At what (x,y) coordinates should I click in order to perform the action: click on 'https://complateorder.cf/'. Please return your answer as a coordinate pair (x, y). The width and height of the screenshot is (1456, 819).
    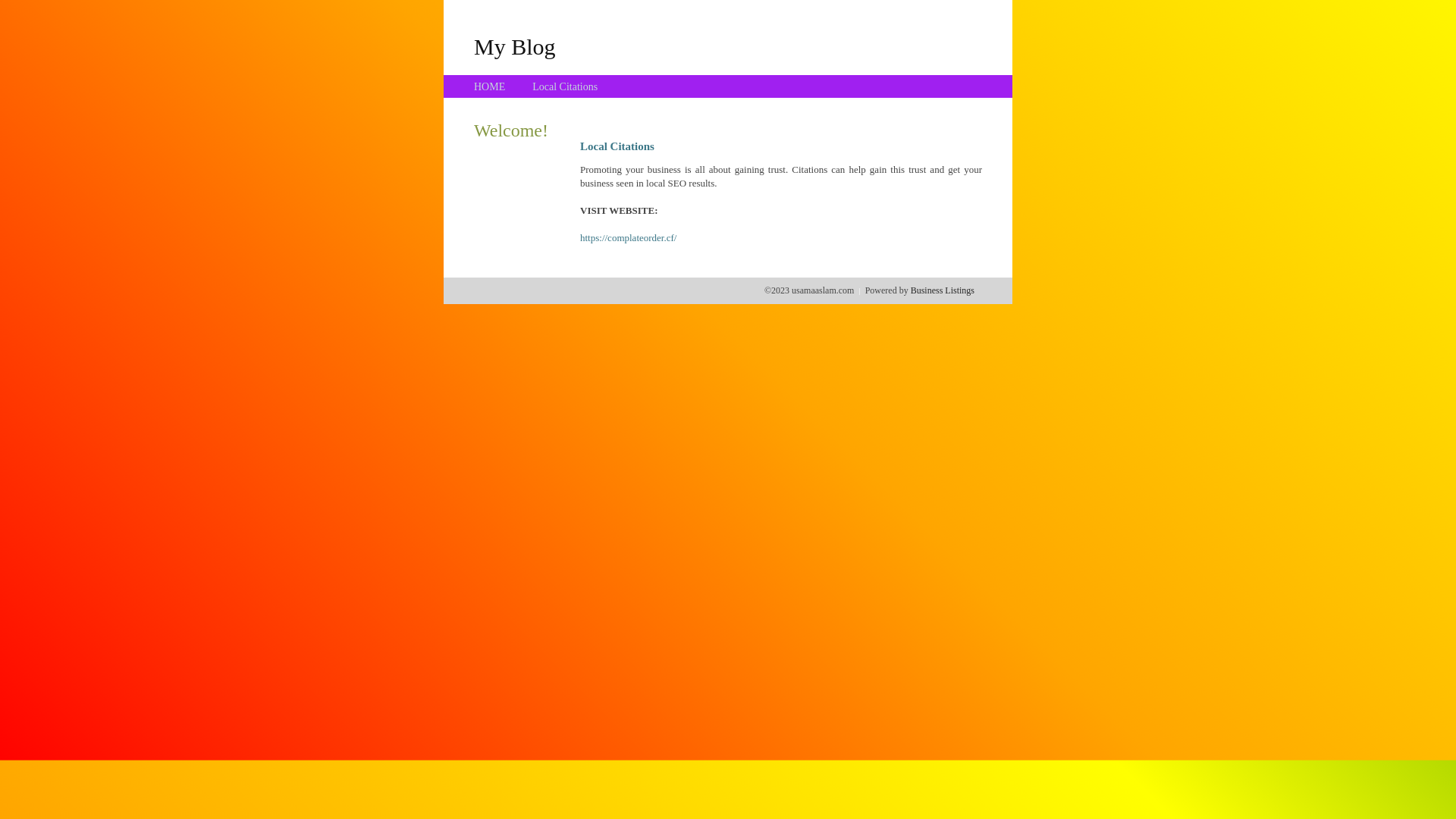
    Looking at the image, I should click on (628, 237).